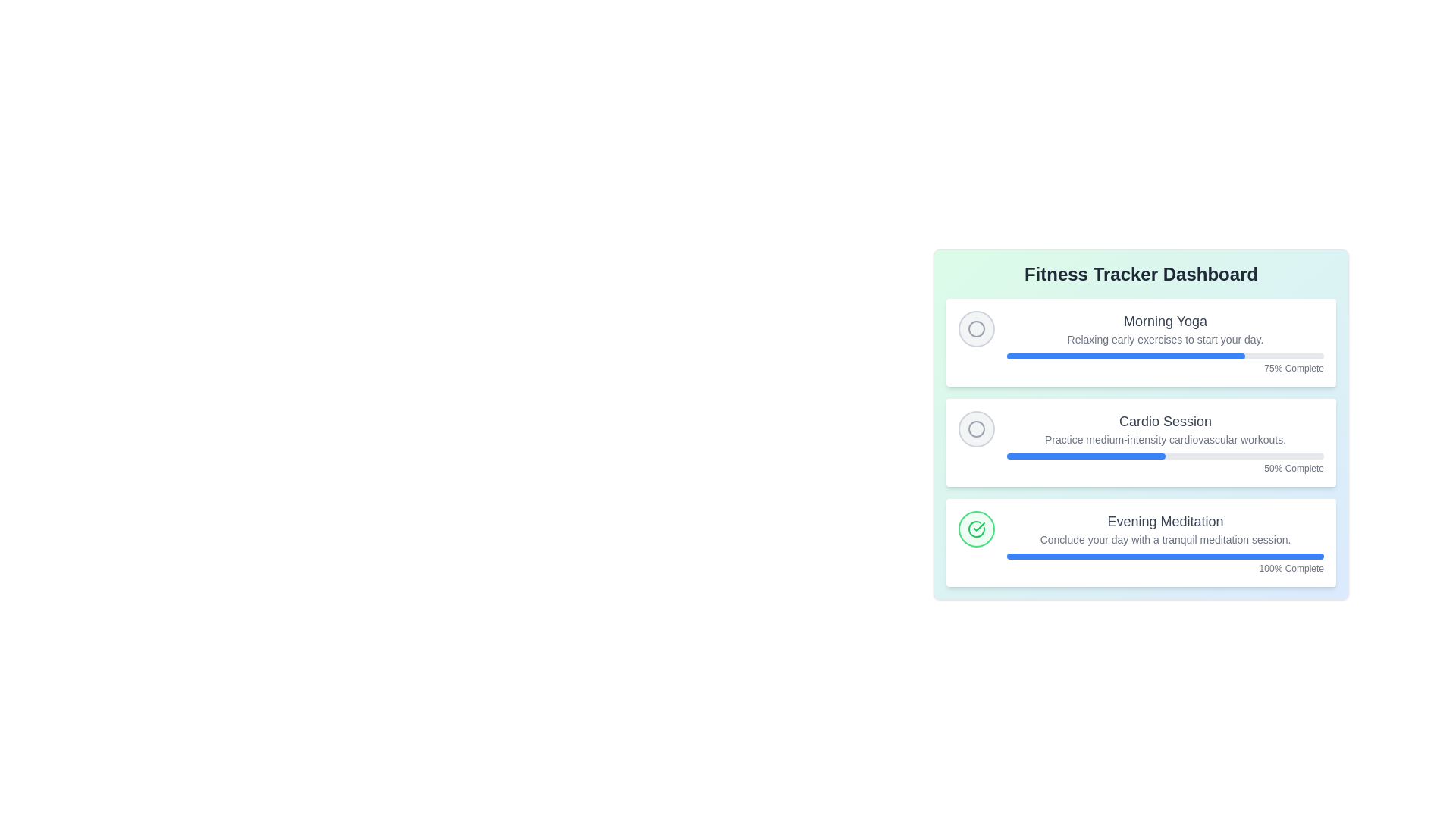 The image size is (1456, 819). What do you see at coordinates (1164, 455) in the screenshot?
I see `the horizontal progress bar, which is styled with a light gray rounded background and a blue progression segment, located beneath the 'Practice medium-intensity cardiovascular workouts.' text and above '50% Complete' in the 'Cardio Session' section` at bounding box center [1164, 455].